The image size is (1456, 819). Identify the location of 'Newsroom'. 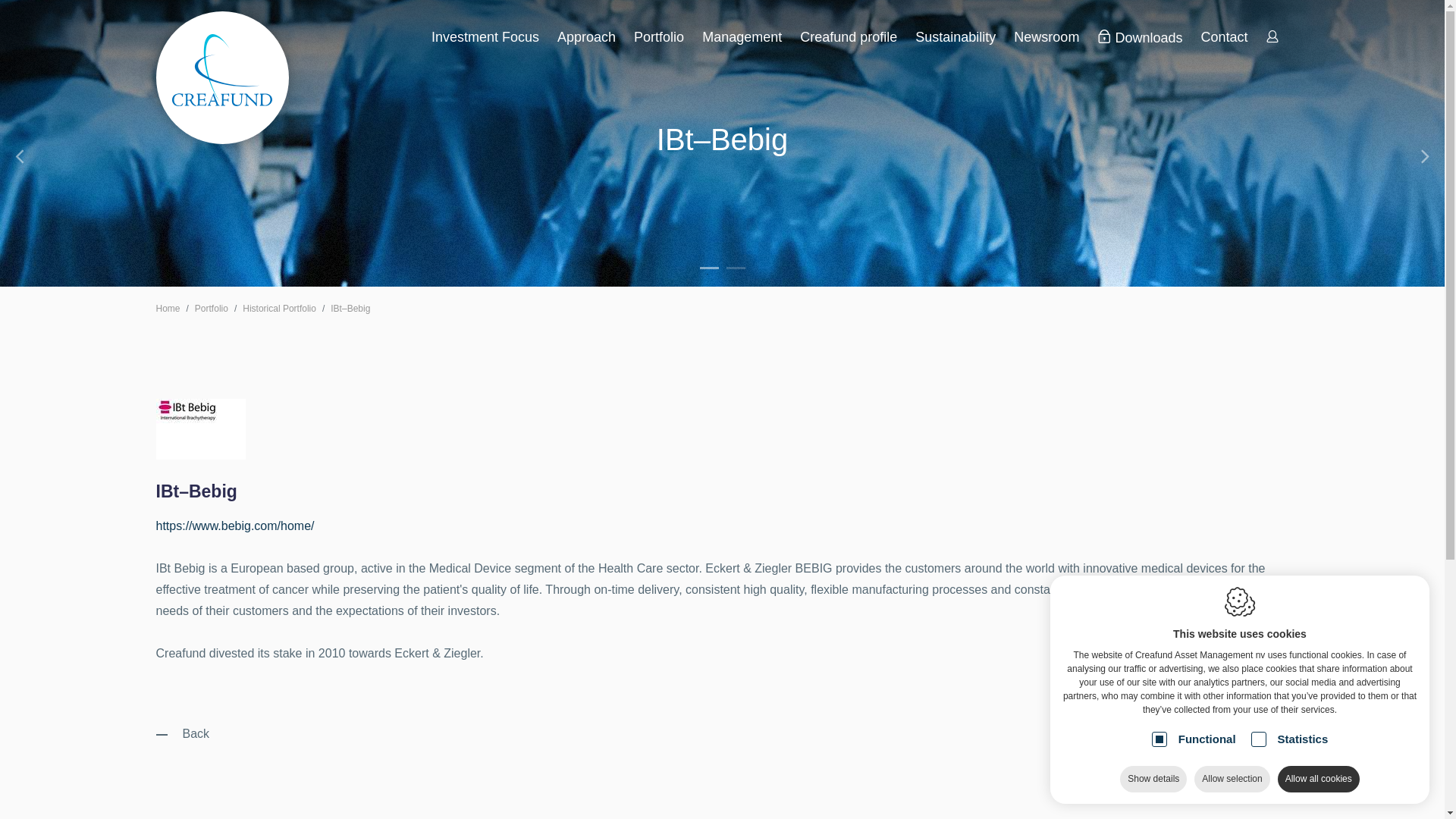
(1046, 36).